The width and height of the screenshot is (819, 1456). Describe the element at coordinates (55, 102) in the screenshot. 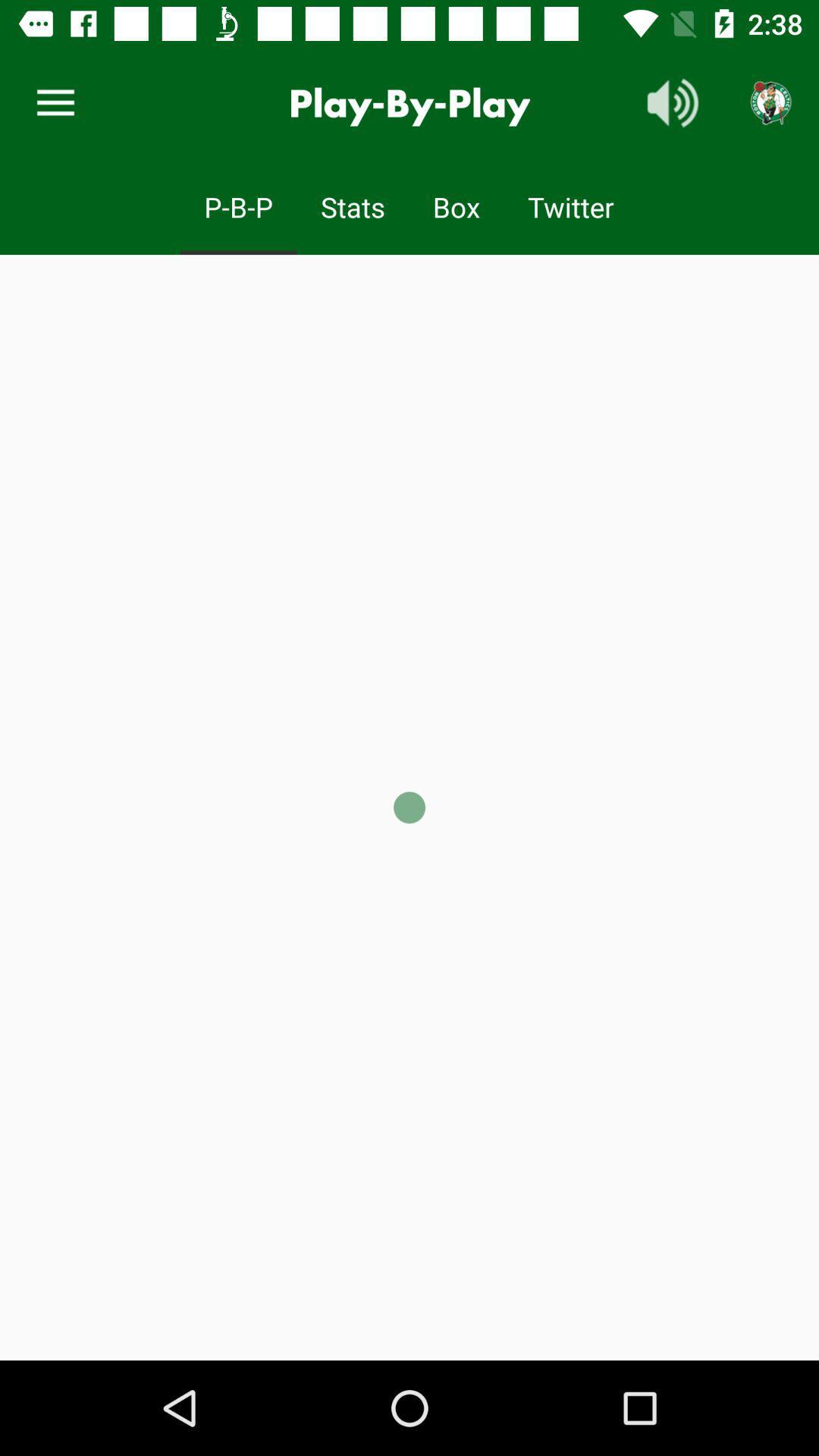

I see `item next to the play-by-play icon` at that location.